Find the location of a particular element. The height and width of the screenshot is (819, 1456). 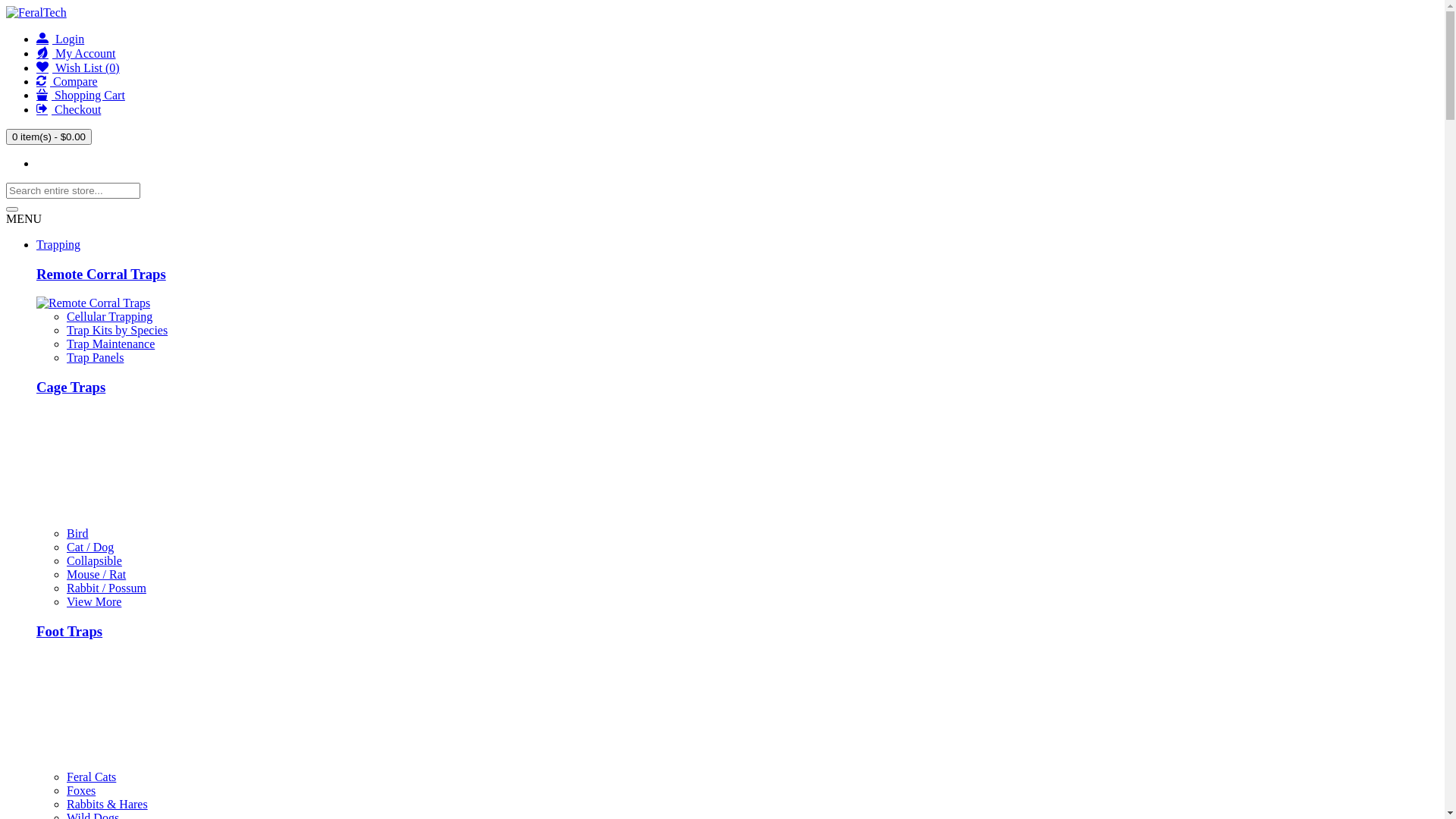

'Collapsible' is located at coordinates (93, 560).